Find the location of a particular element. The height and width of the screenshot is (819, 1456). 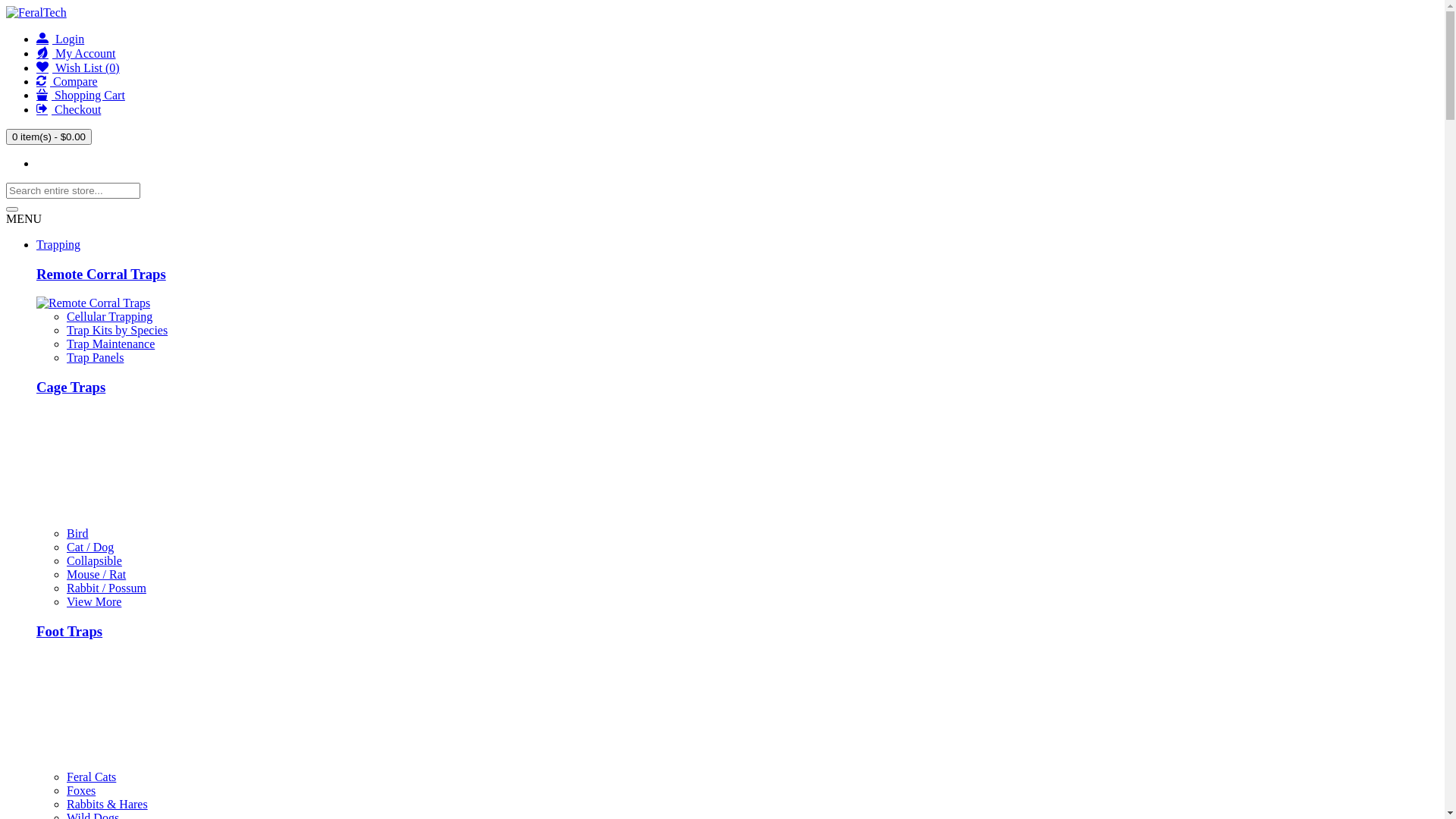

'Collapsible' is located at coordinates (93, 560).